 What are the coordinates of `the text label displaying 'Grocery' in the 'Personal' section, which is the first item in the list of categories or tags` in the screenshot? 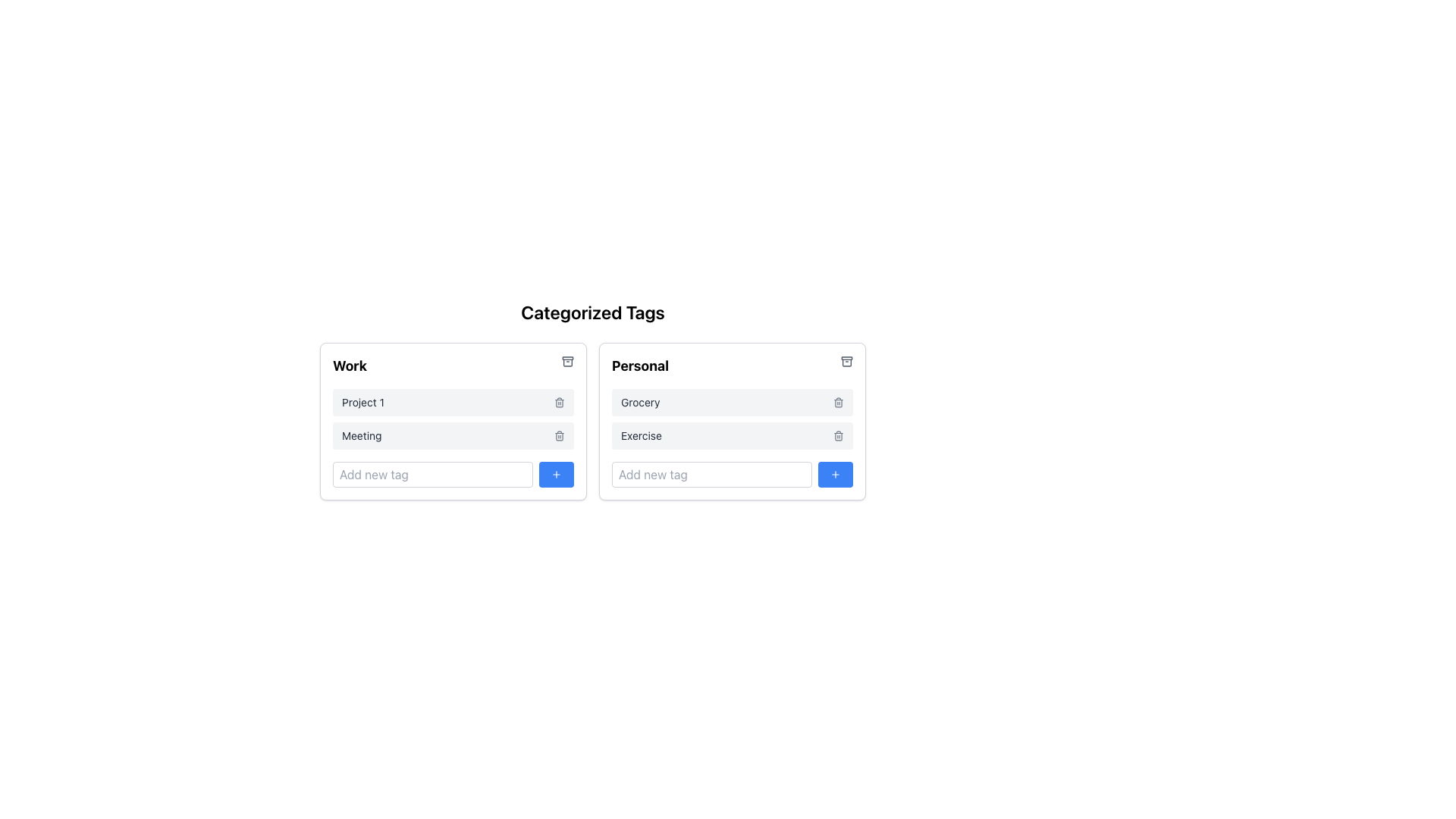 It's located at (640, 402).